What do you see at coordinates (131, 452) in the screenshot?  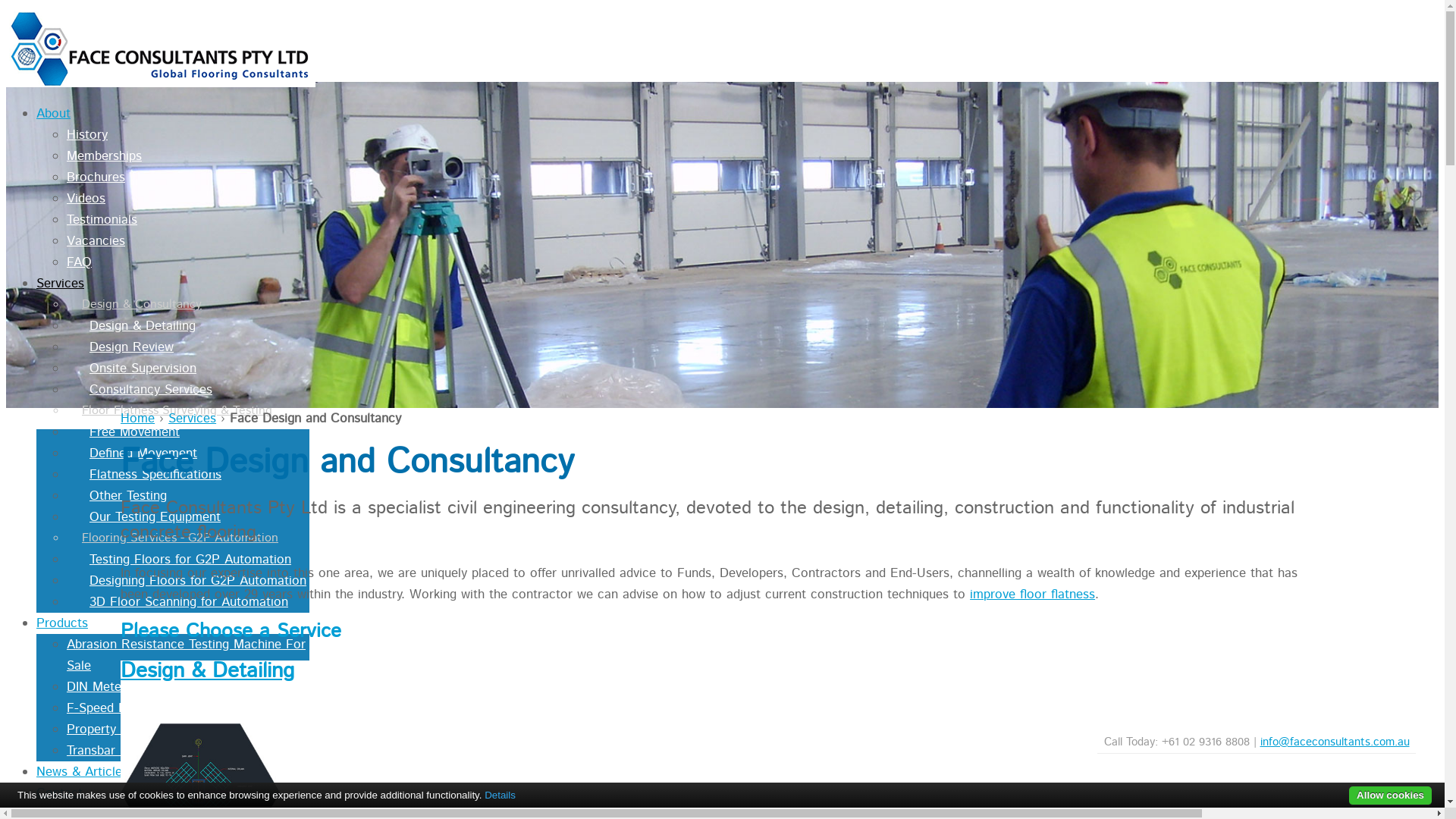 I see `'Defined Movement'` at bounding box center [131, 452].